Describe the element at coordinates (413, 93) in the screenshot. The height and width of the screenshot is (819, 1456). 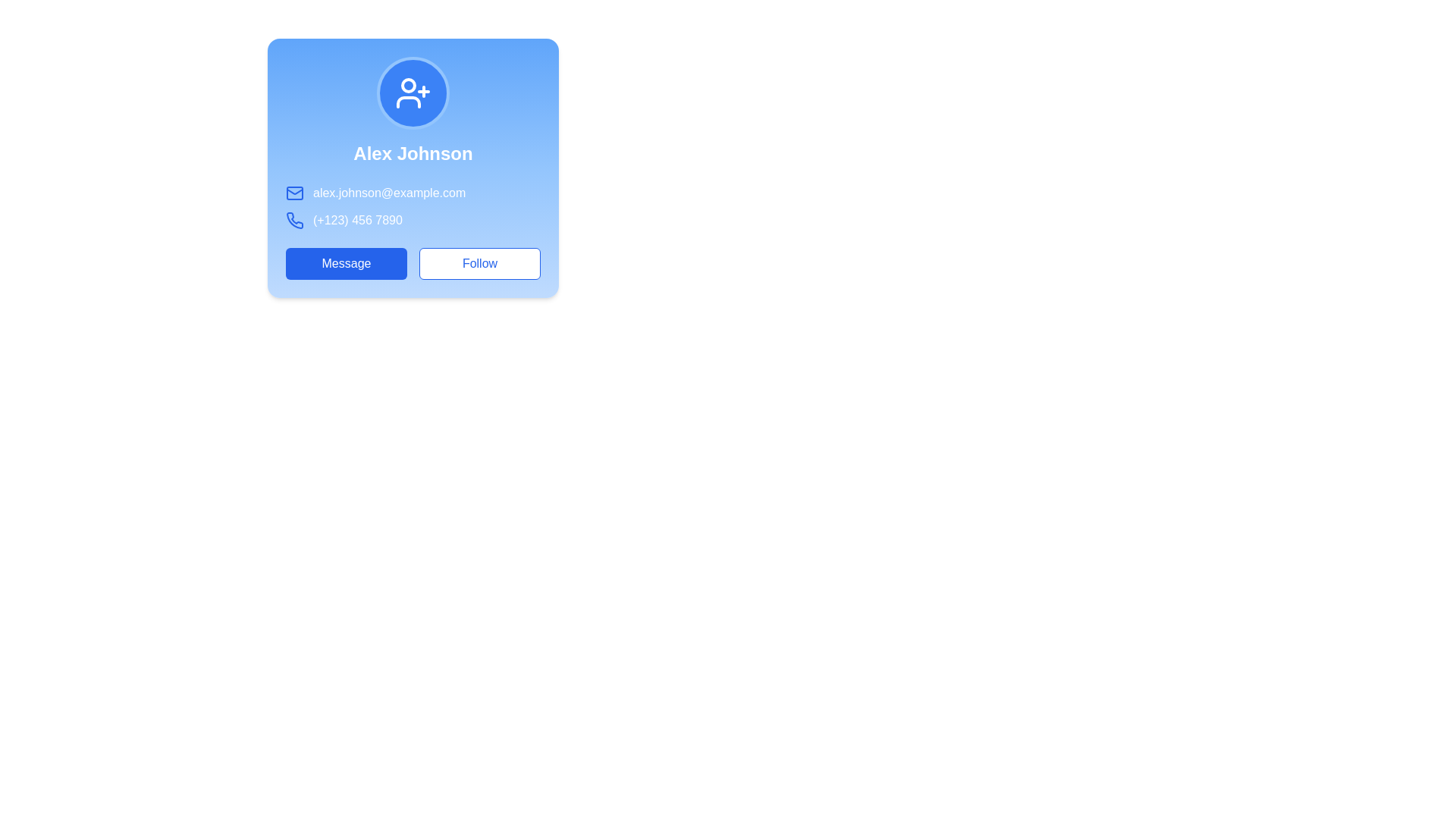
I see `the circular icon with a blue background and a user-plus symbol in white, located in the upper-central portion of the card layout above the name 'Alex Johnson'` at that location.